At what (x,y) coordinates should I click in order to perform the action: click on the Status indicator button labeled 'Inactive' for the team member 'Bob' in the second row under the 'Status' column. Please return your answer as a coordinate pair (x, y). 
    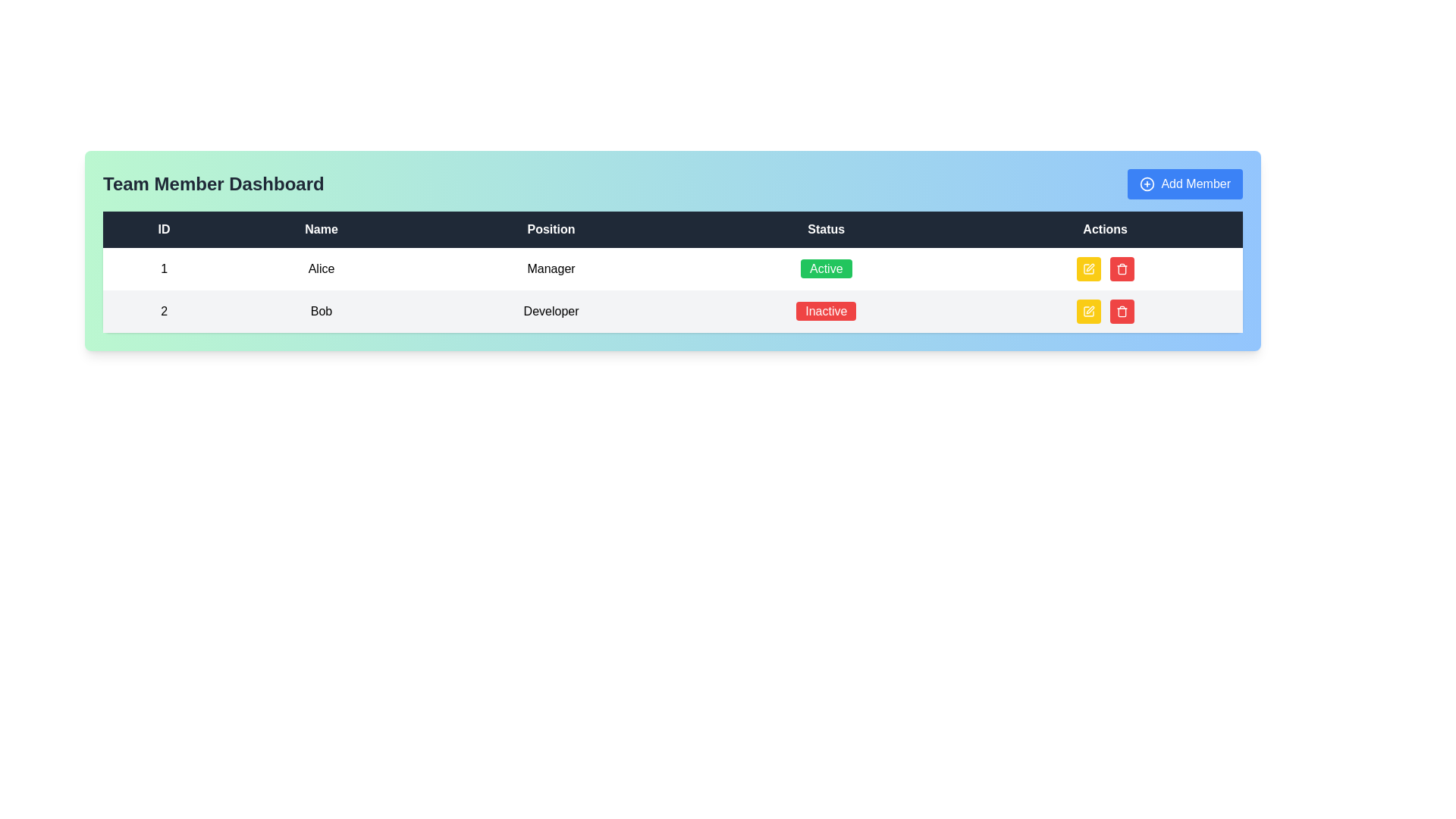
    Looking at the image, I should click on (825, 310).